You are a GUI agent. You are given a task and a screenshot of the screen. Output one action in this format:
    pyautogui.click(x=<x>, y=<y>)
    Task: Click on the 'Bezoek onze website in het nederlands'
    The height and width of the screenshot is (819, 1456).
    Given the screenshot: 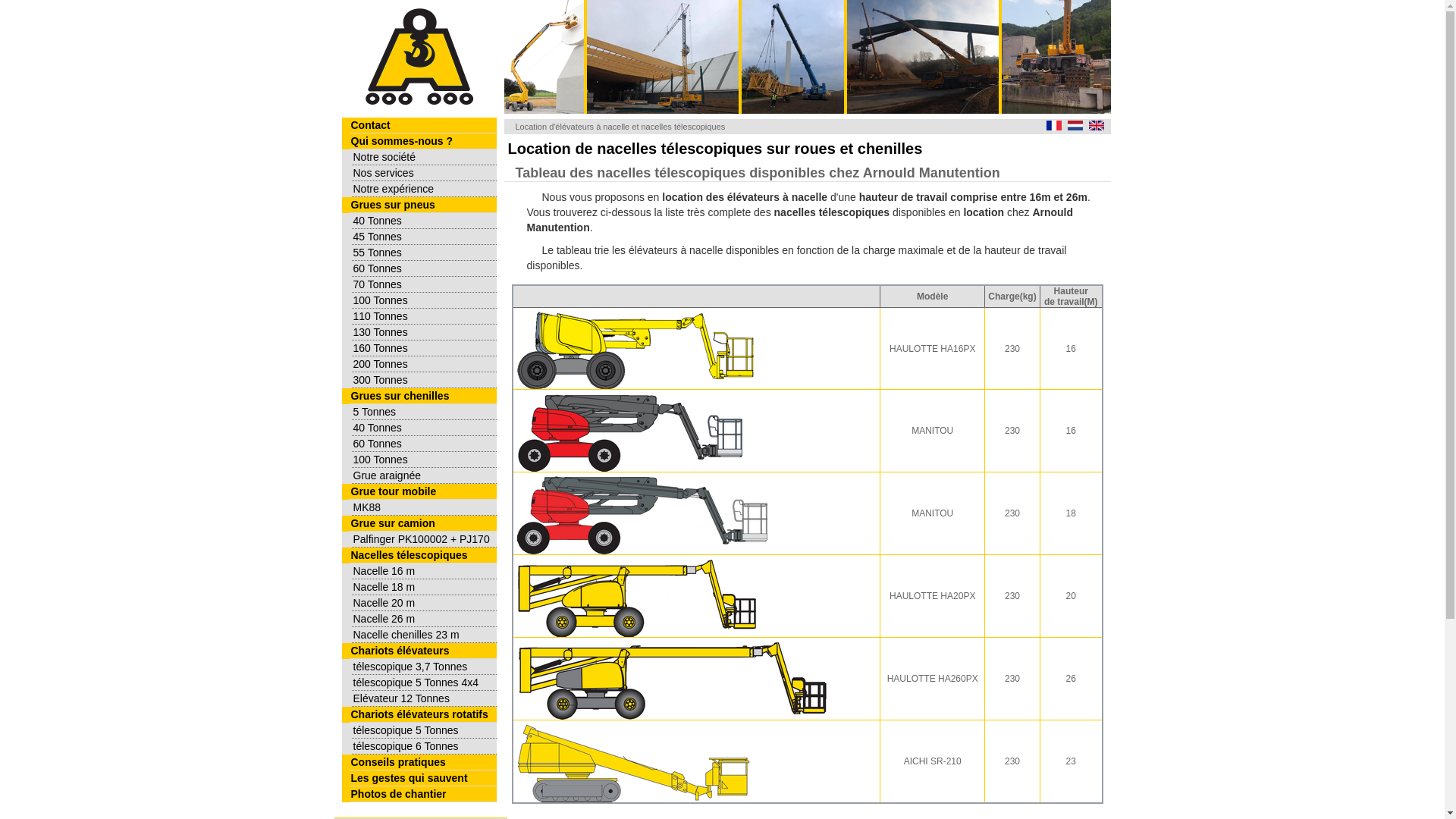 What is the action you would take?
    pyautogui.click(x=1074, y=125)
    